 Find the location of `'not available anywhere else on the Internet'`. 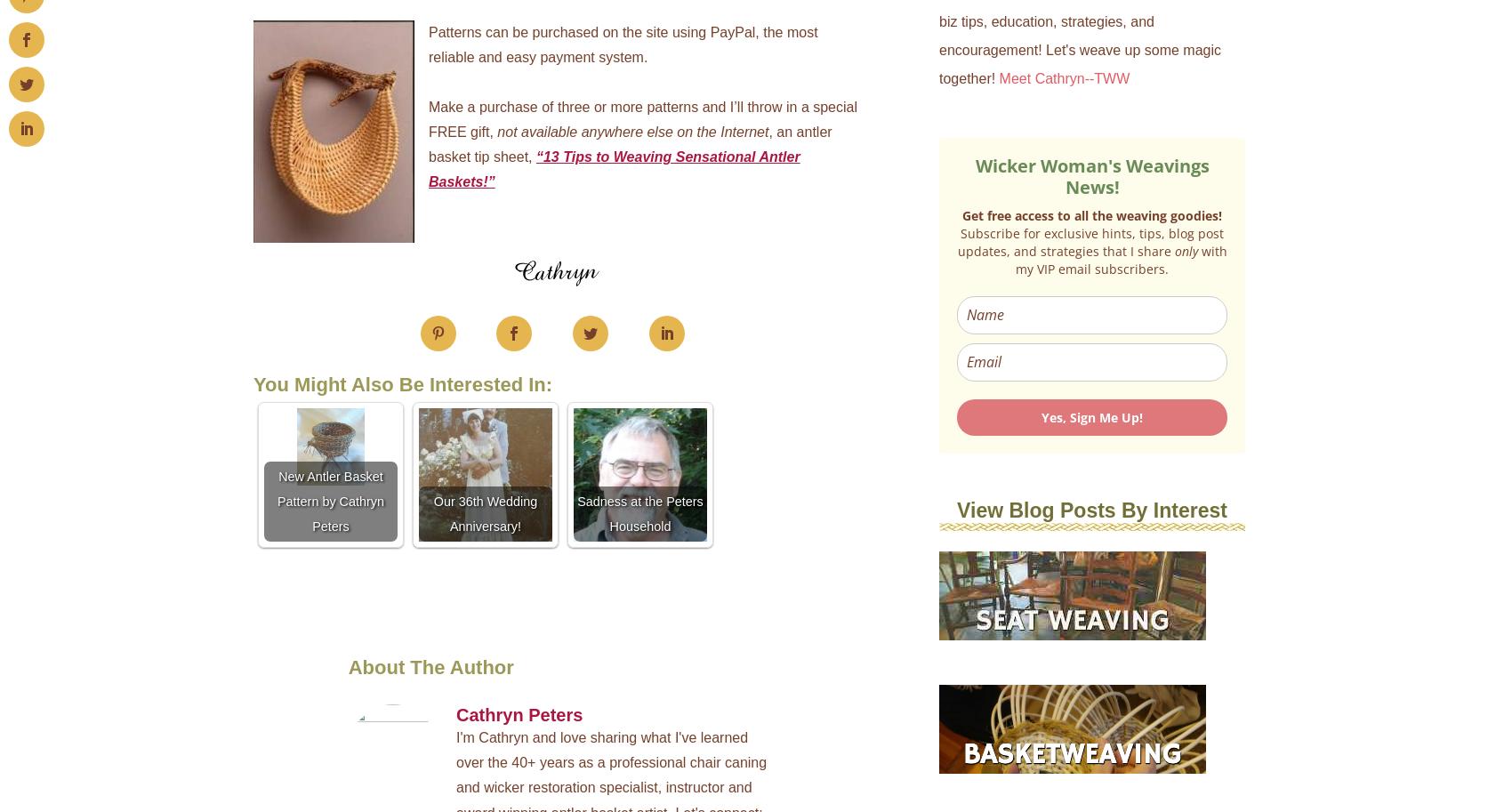

'not available anywhere else on the Internet' is located at coordinates (495, 131).